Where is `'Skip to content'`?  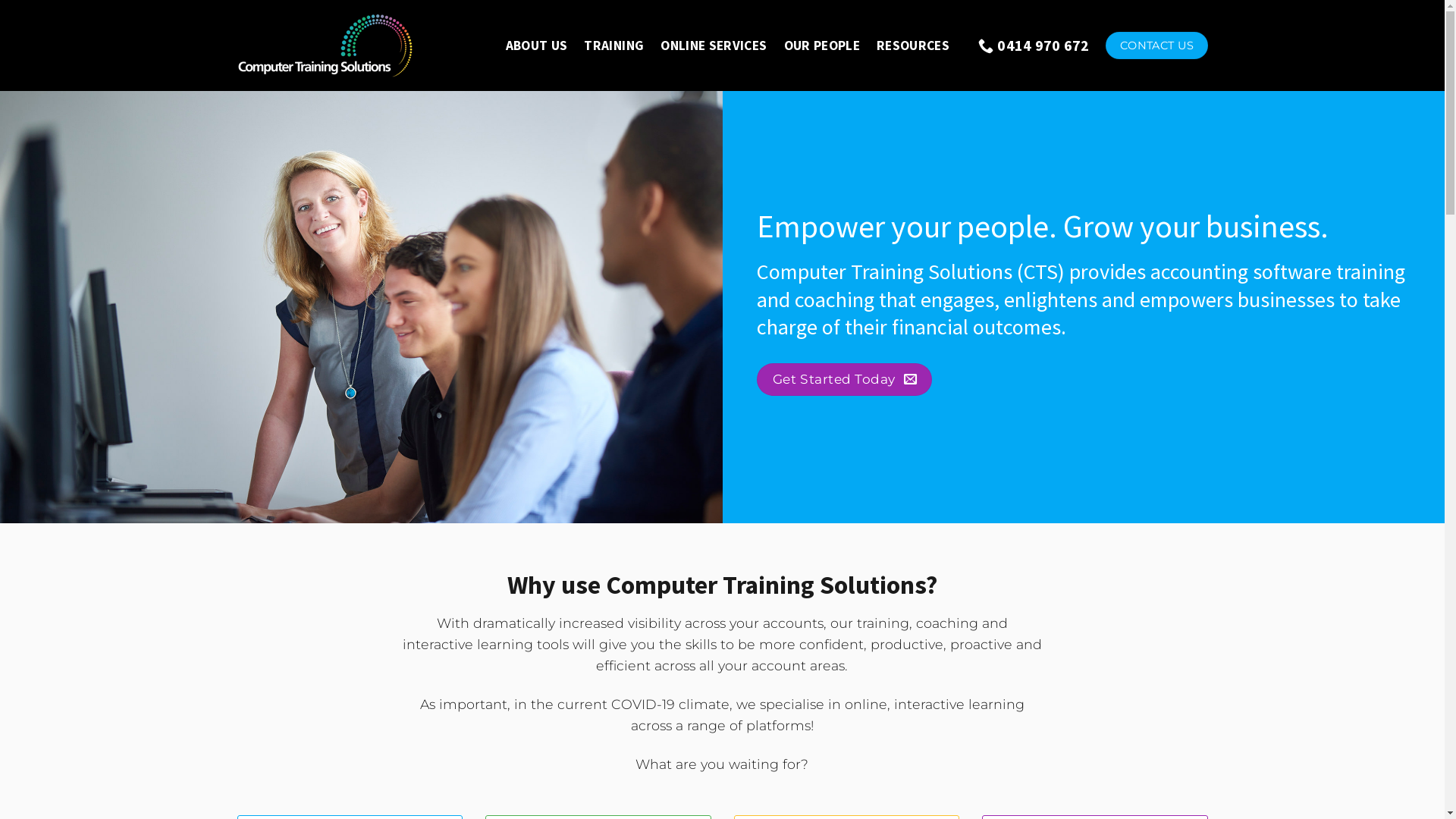
'Skip to content' is located at coordinates (0, 0).